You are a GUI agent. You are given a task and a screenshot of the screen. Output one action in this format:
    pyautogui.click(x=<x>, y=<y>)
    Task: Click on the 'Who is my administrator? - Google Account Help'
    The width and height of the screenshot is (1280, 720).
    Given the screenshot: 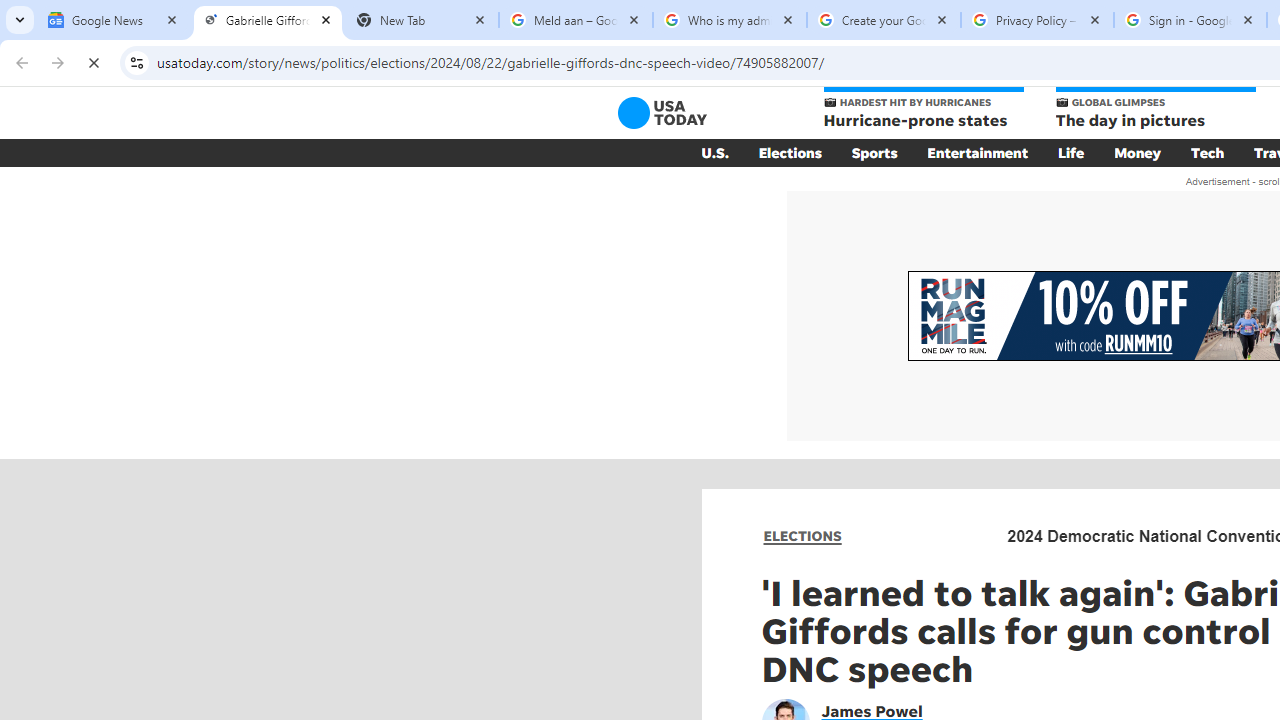 What is the action you would take?
    pyautogui.click(x=729, y=20)
    